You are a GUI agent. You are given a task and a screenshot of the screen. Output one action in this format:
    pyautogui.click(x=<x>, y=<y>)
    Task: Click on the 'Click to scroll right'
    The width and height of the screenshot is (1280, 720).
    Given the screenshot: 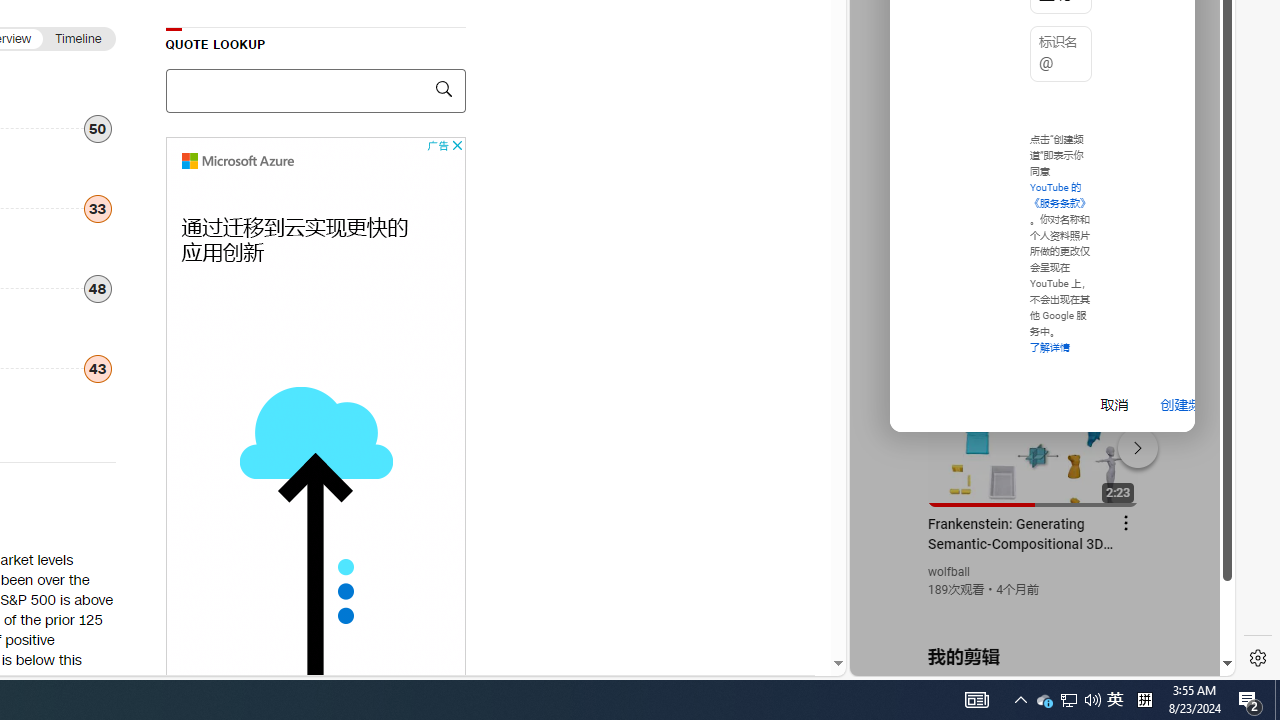 What is the action you would take?
    pyautogui.click(x=1196, y=82)
    